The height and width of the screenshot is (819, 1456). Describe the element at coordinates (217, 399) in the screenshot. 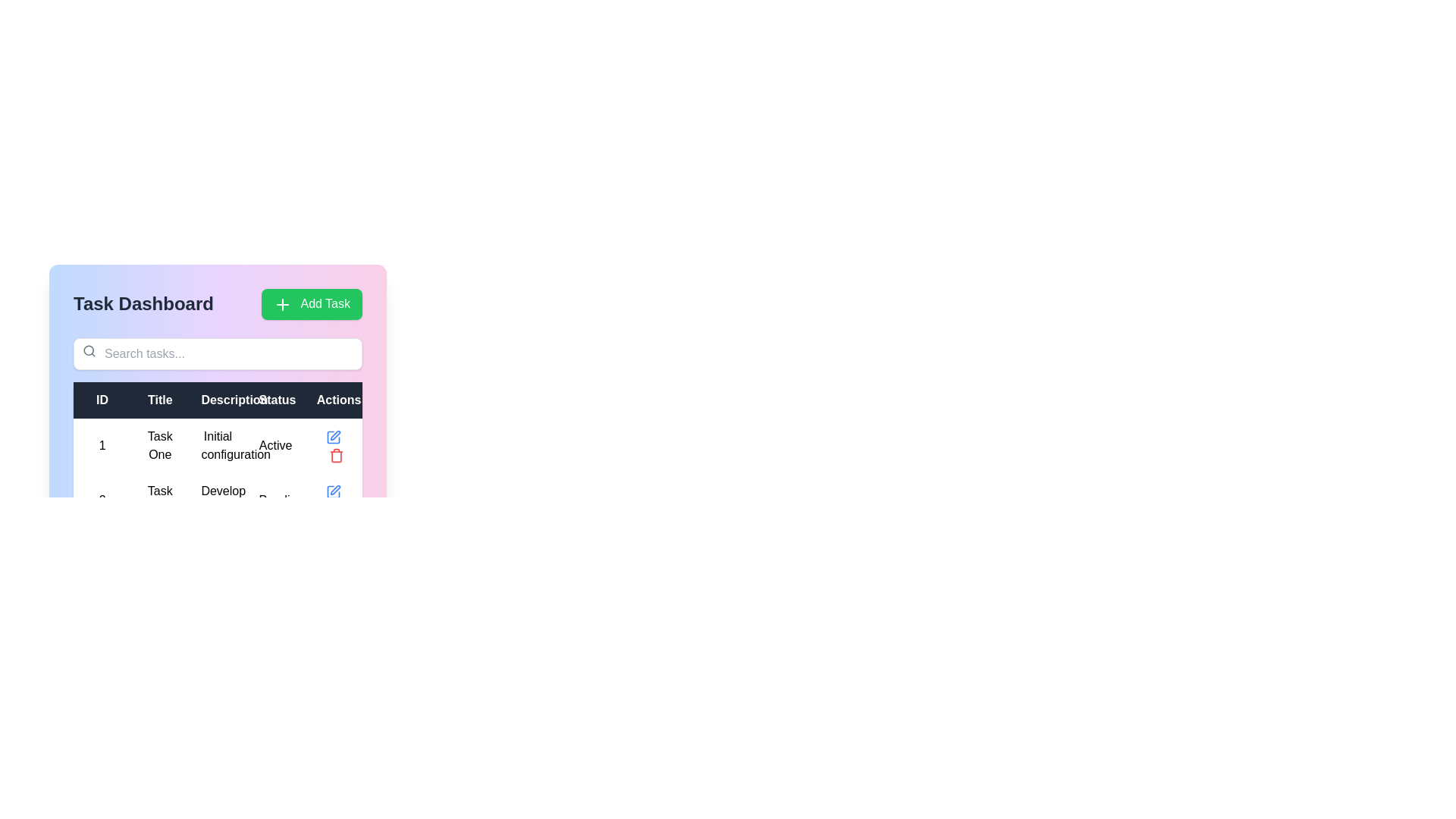

I see `text label that identifies the 'Description' column in the table header, located between the 'Title' and 'Status' columns` at that location.